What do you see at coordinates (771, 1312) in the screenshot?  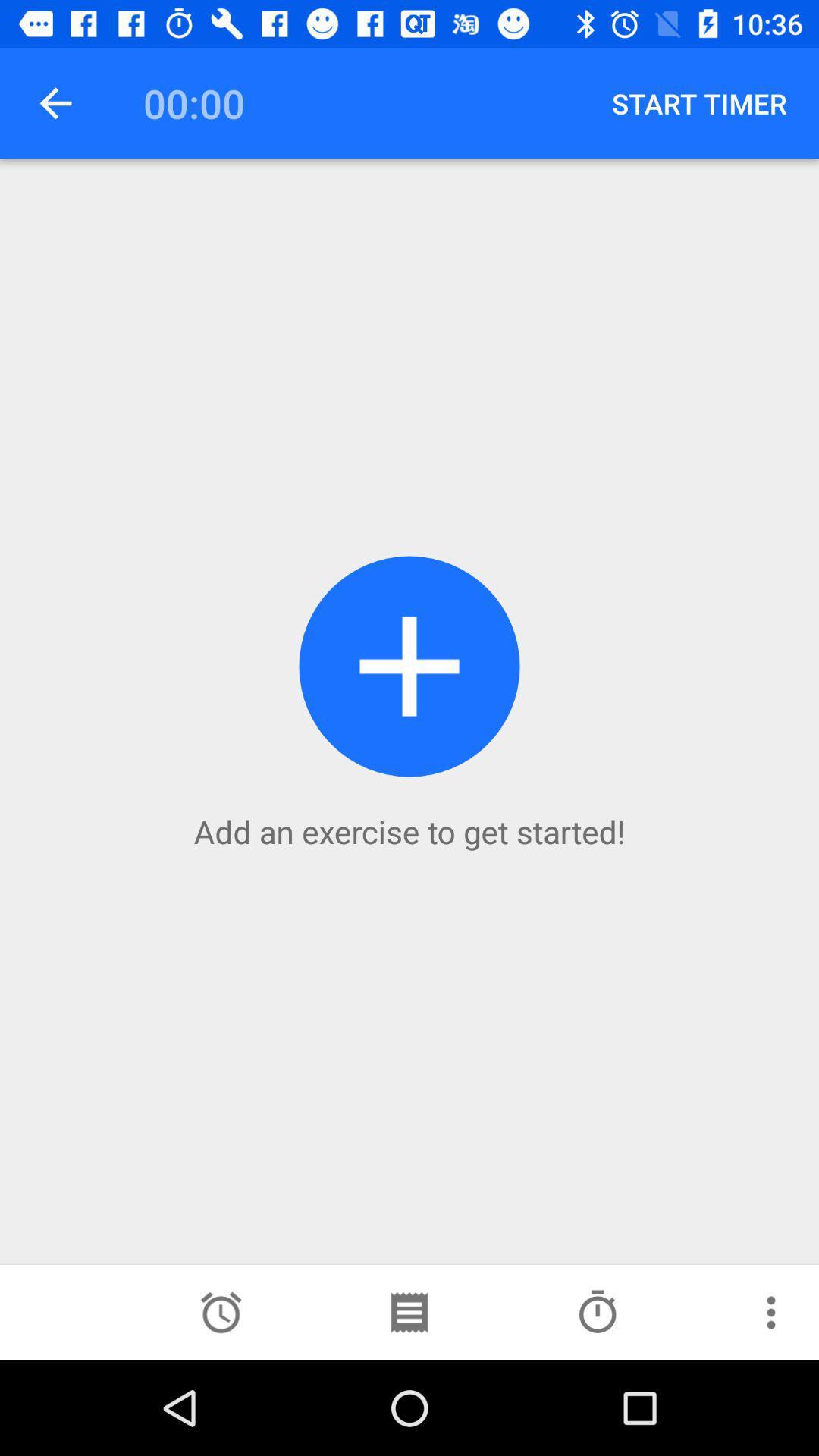 I see `more information` at bounding box center [771, 1312].